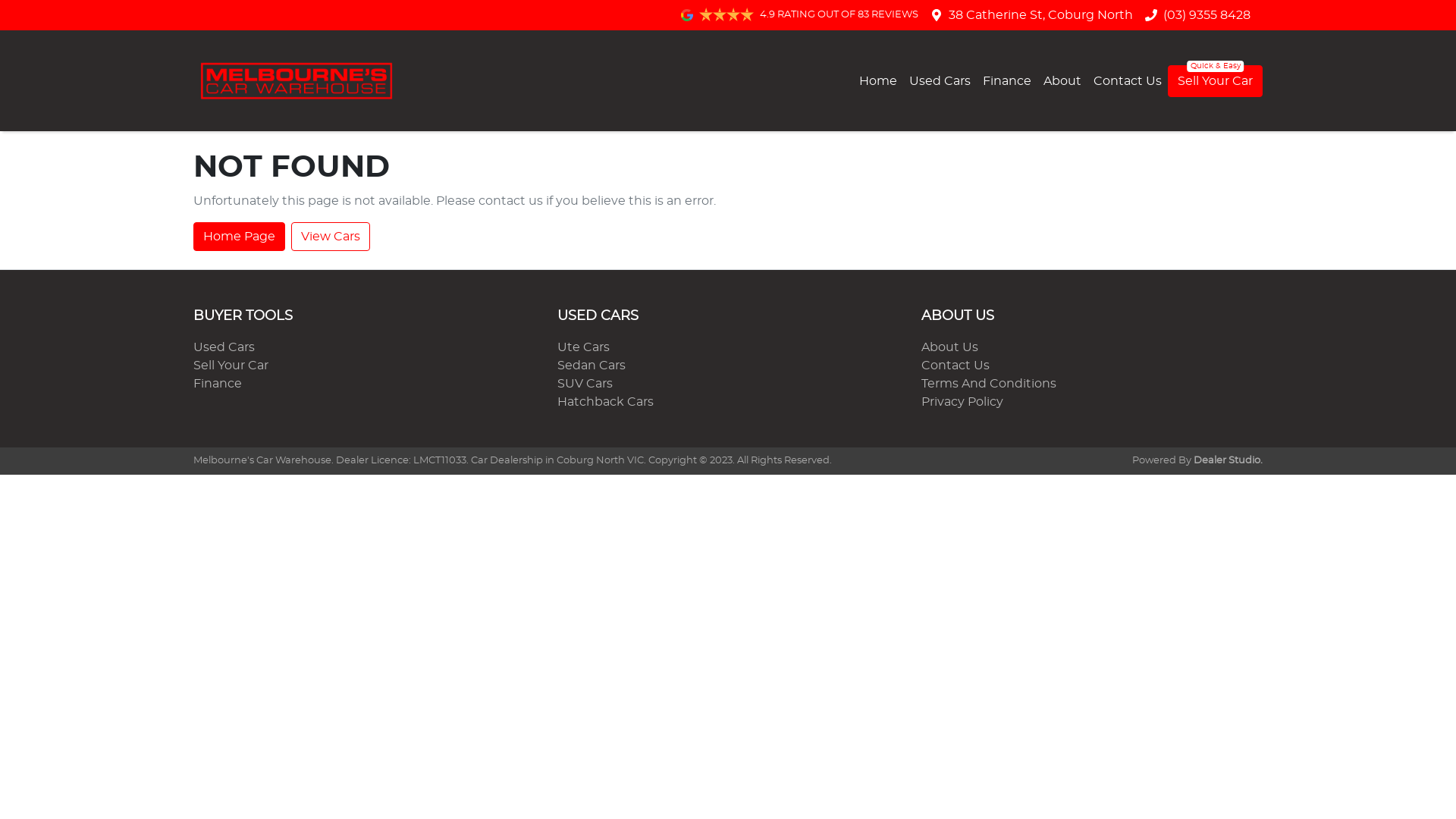 The image size is (1456, 819). Describe the element at coordinates (1128, 80) in the screenshot. I see `'Contact Us'` at that location.